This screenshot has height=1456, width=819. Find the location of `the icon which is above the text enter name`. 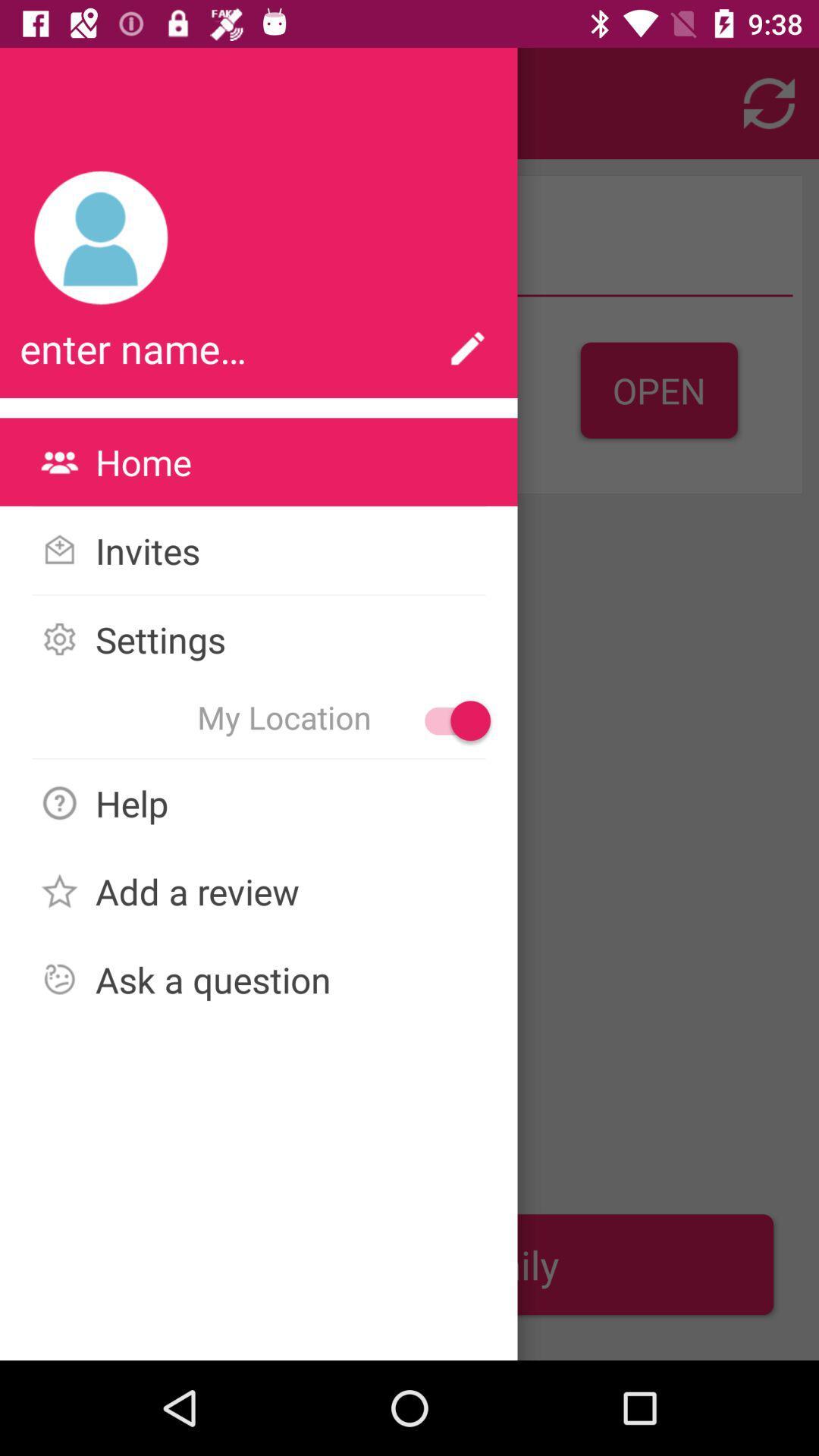

the icon which is above the text enter name is located at coordinates (102, 238).